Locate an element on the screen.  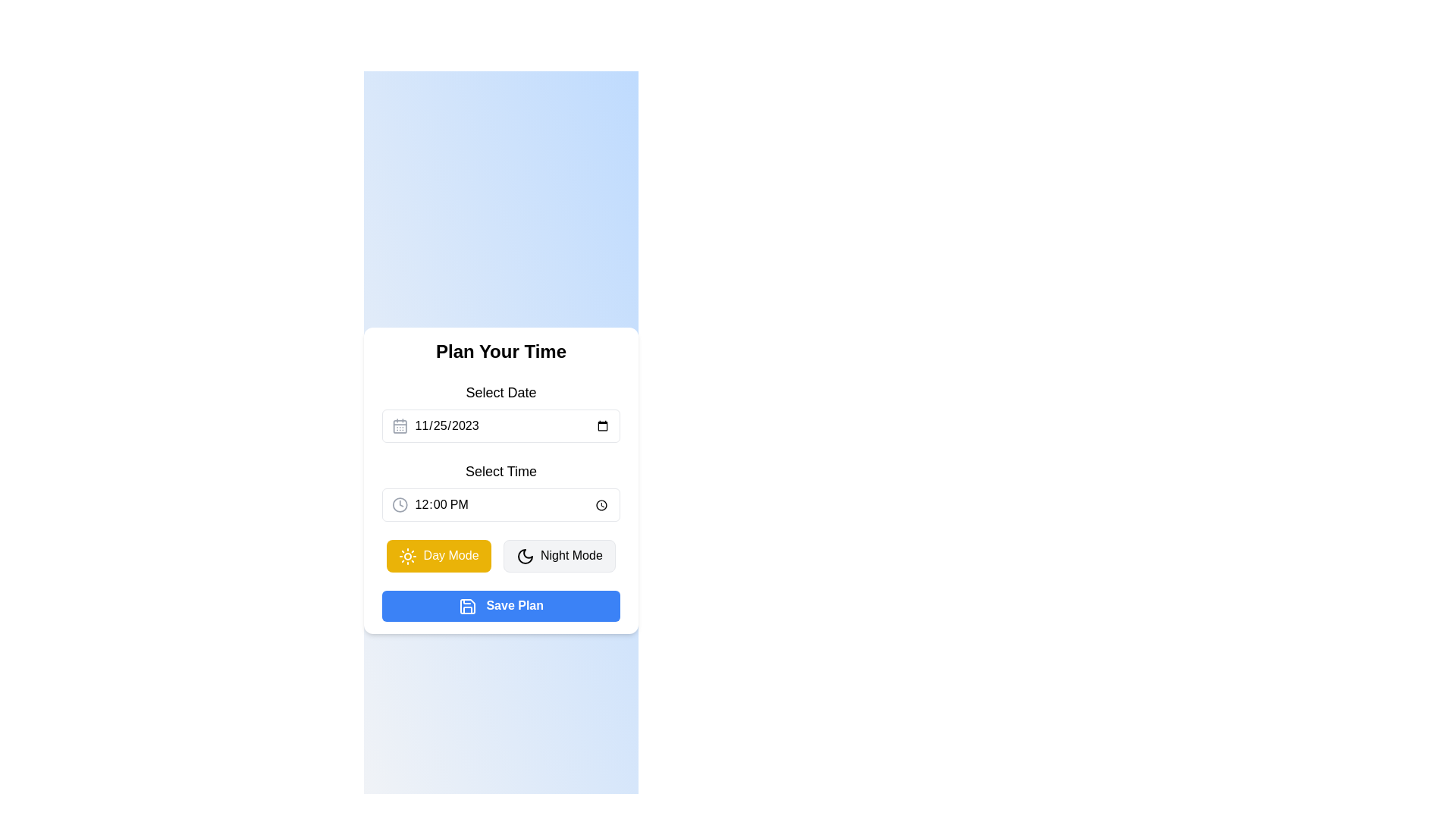
the Date Input Field within the 'Select Date' box is located at coordinates (512, 426).